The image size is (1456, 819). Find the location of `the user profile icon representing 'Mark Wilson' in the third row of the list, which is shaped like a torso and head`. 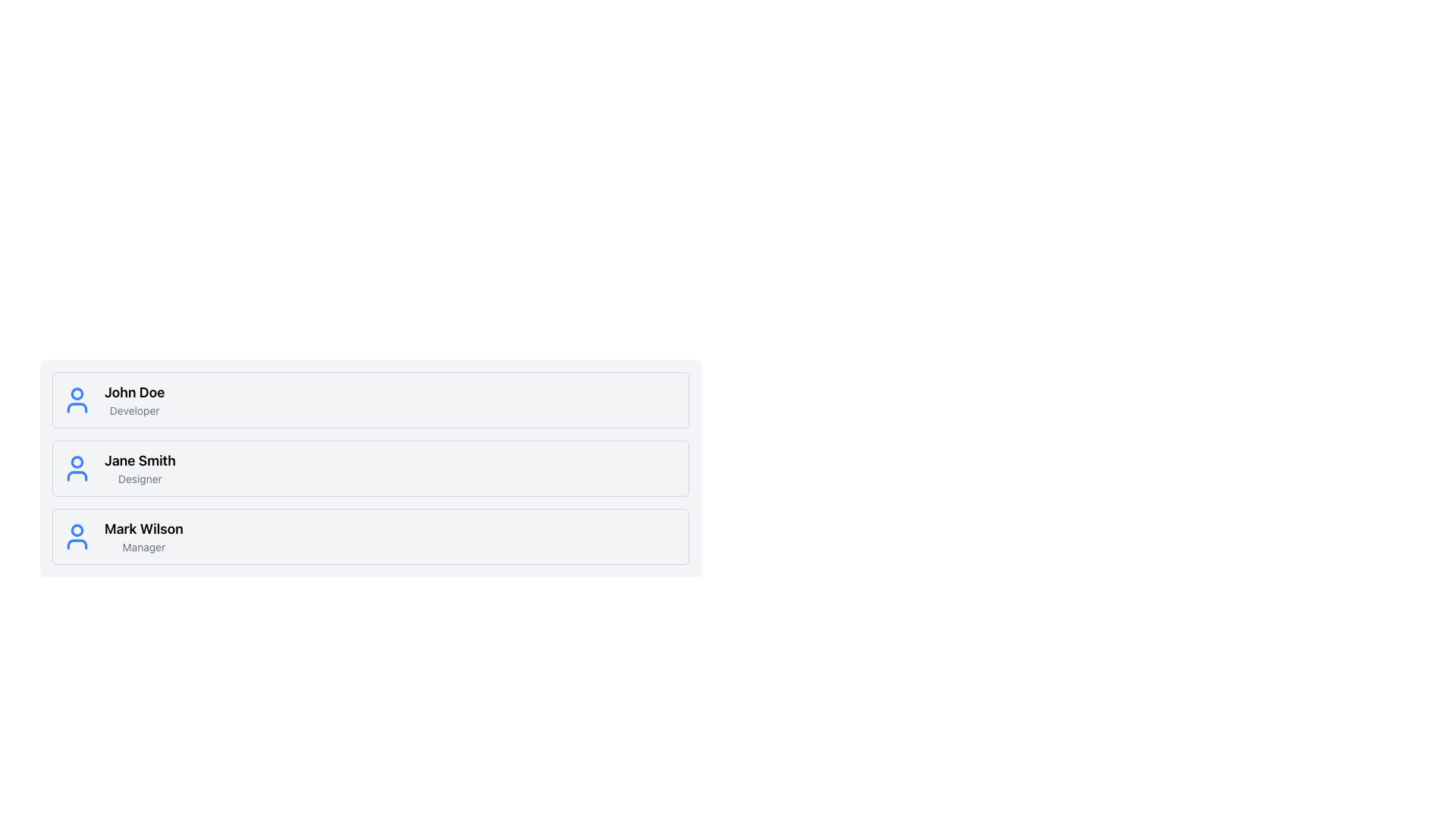

the user profile icon representing 'Mark Wilson' in the third row of the list, which is shaped like a torso and head is located at coordinates (76, 543).